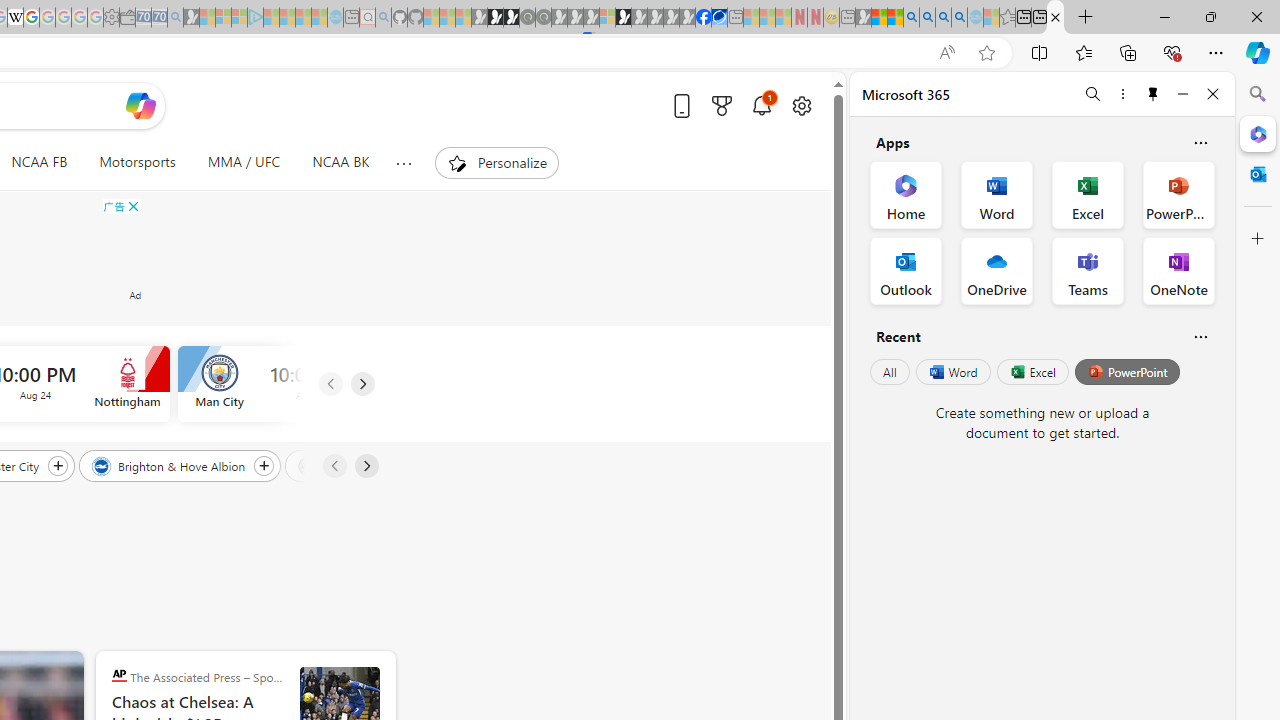 Image resolution: width=1280 pixels, height=720 pixels. Describe the element at coordinates (544, 17) in the screenshot. I see `'Future Focus Report 2024 - Sleeping'` at that location.